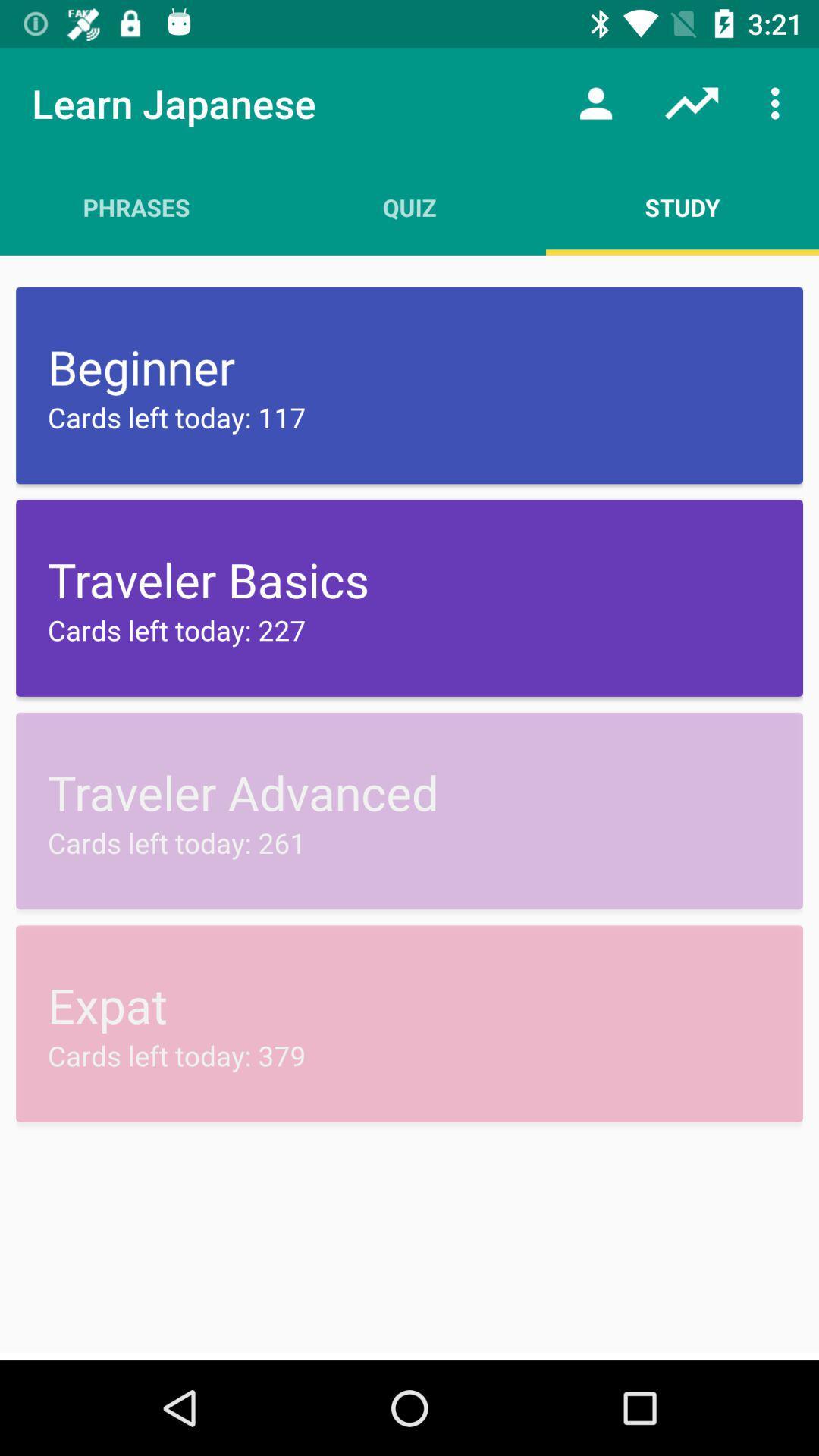 The height and width of the screenshot is (1456, 819). I want to click on the icon above the beginner icon, so click(136, 206).